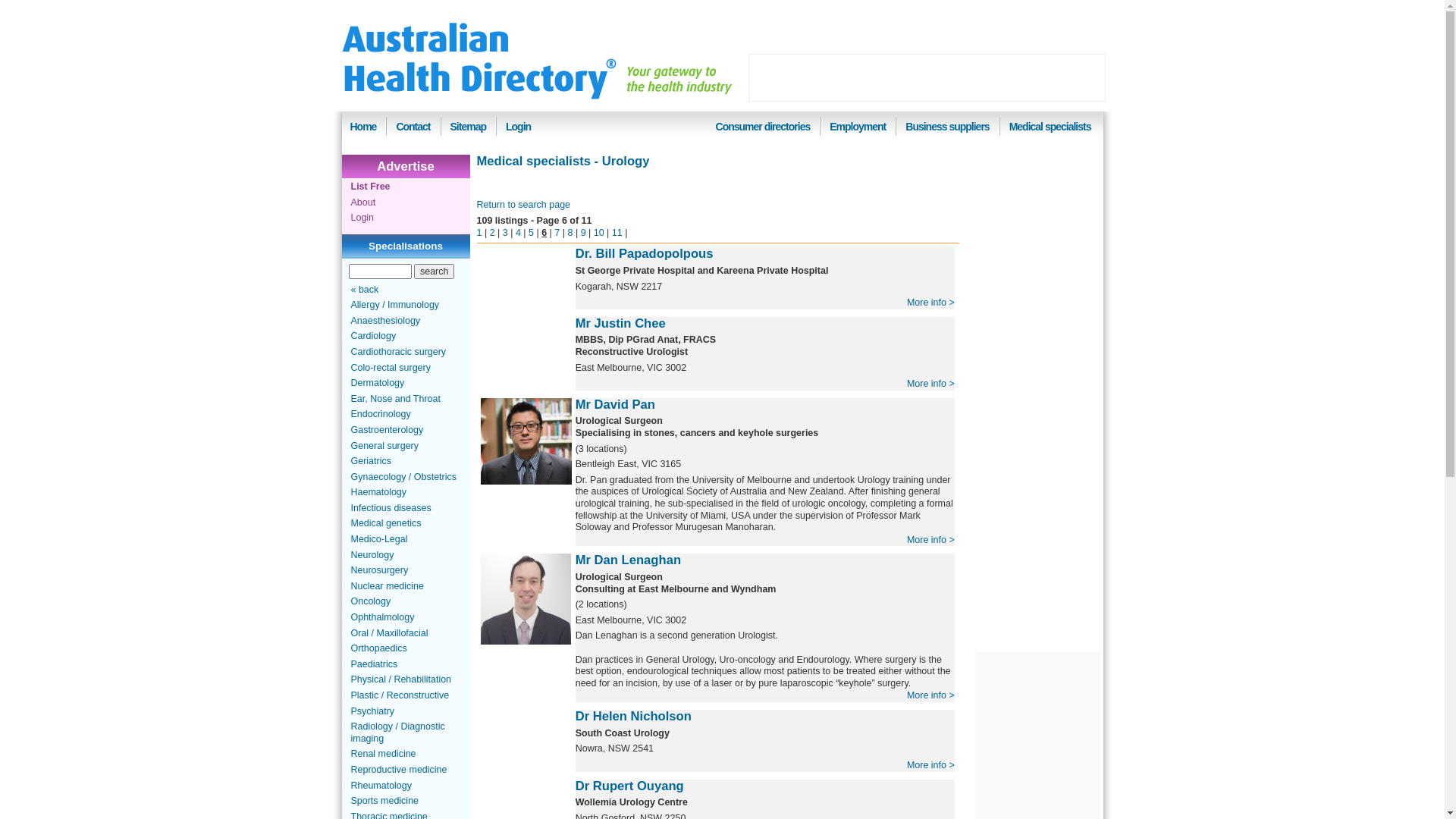 The width and height of the screenshot is (1456, 819). Describe the element at coordinates (395, 397) in the screenshot. I see `'Ear, Nose and Throat'` at that location.